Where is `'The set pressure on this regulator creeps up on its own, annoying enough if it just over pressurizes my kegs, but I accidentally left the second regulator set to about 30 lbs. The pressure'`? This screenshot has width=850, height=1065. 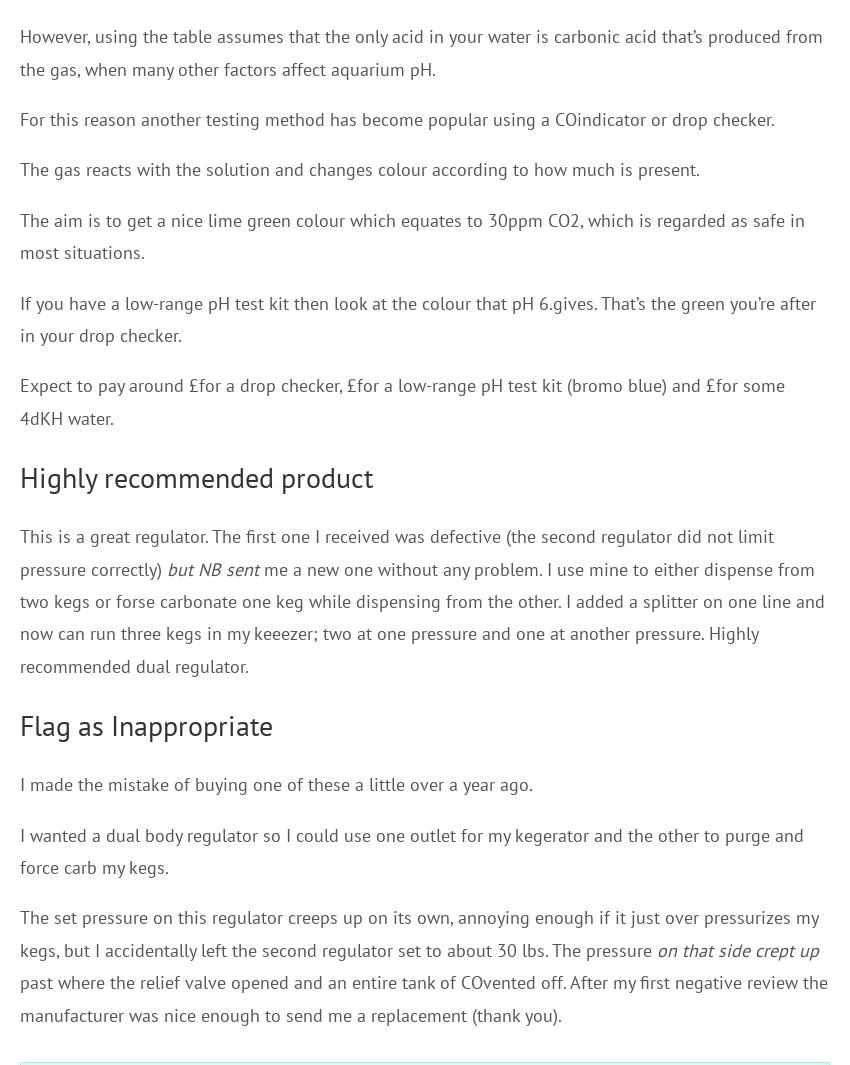
'The set pressure on this regulator creeps up on its own, annoying enough if it just over pressurizes my kegs, but I accidentally left the second regulator set to about 30 lbs. The pressure' is located at coordinates (418, 933).